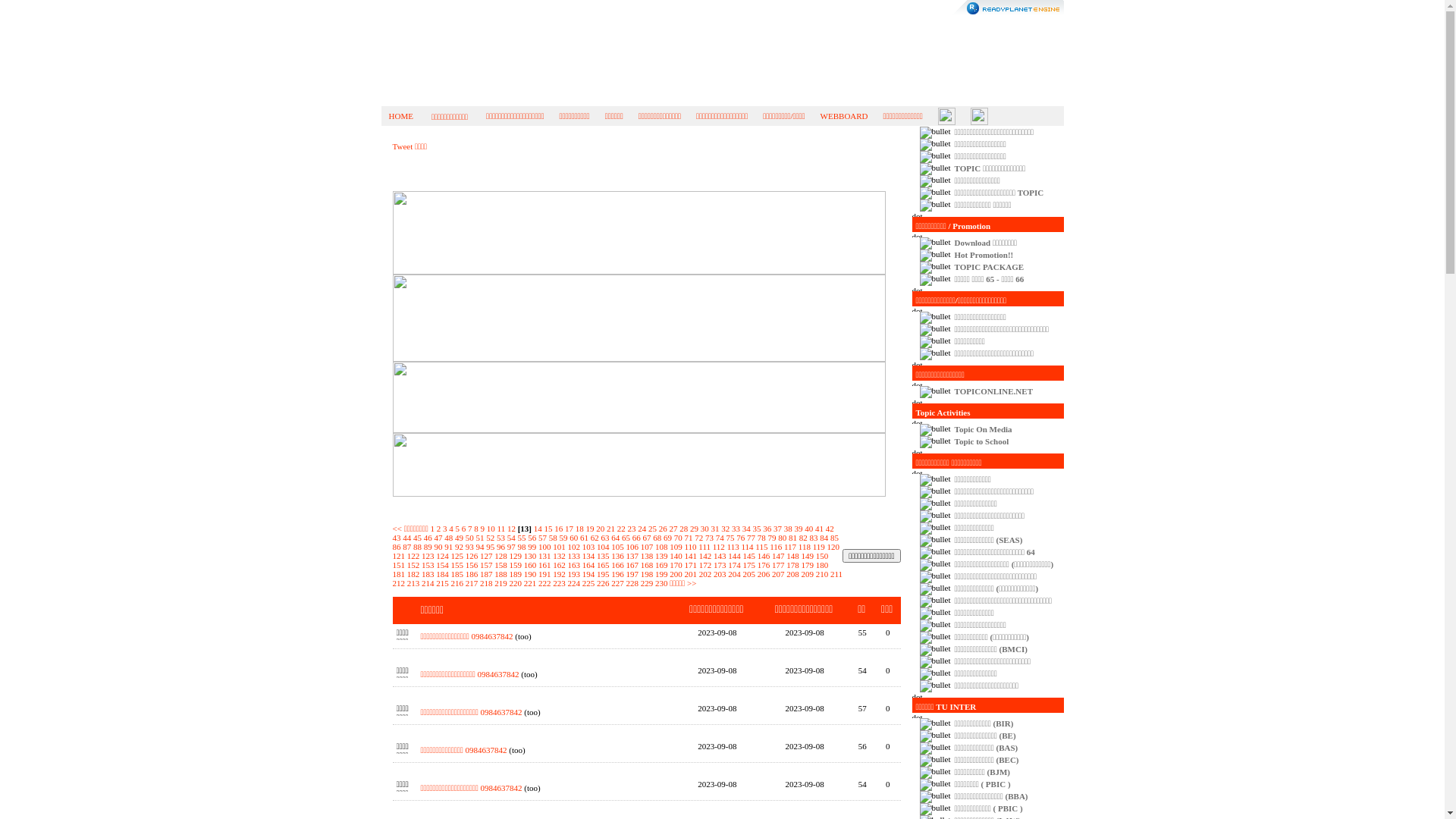  I want to click on '91', so click(447, 547).